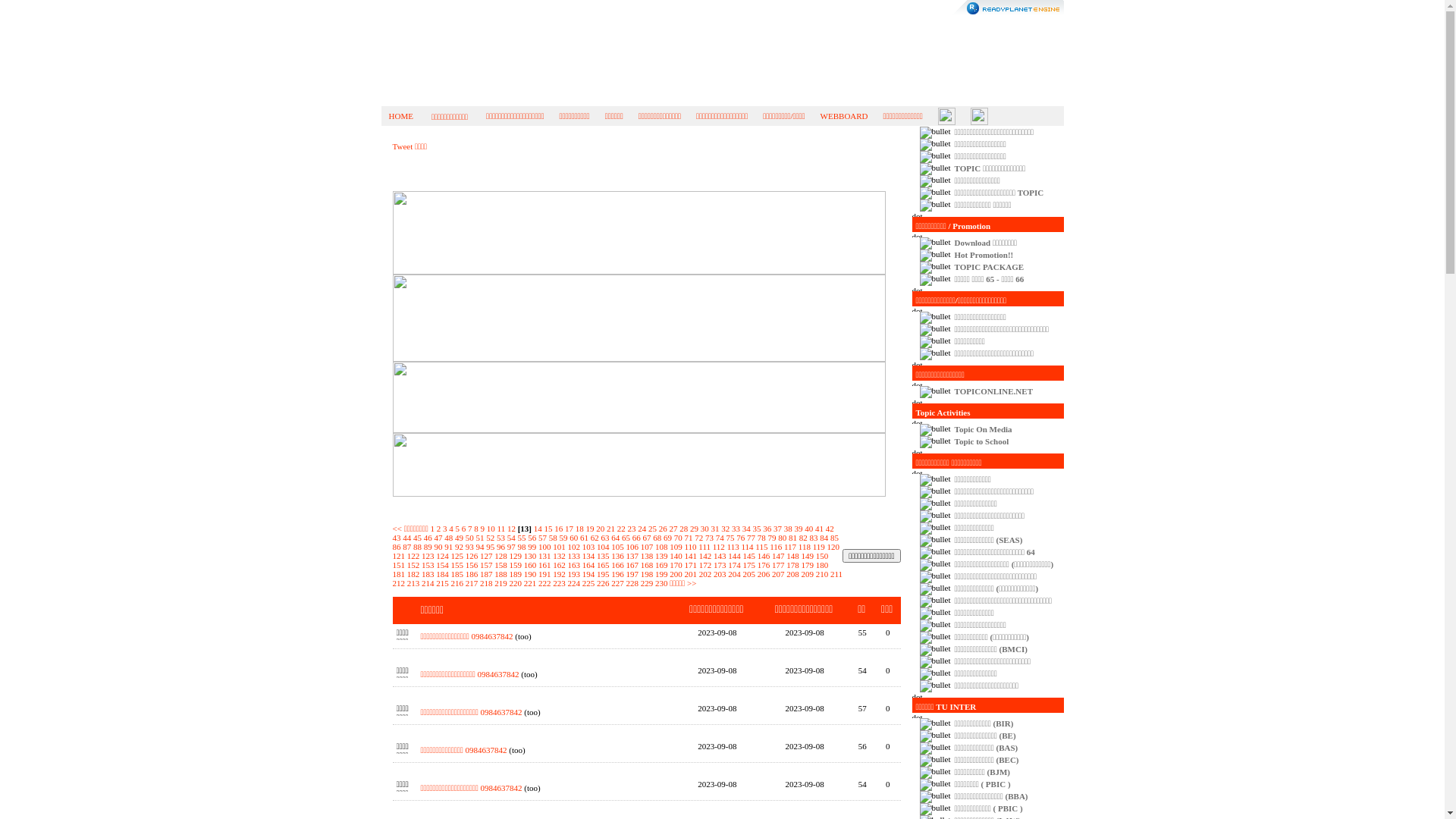  I want to click on '91', so click(447, 547).